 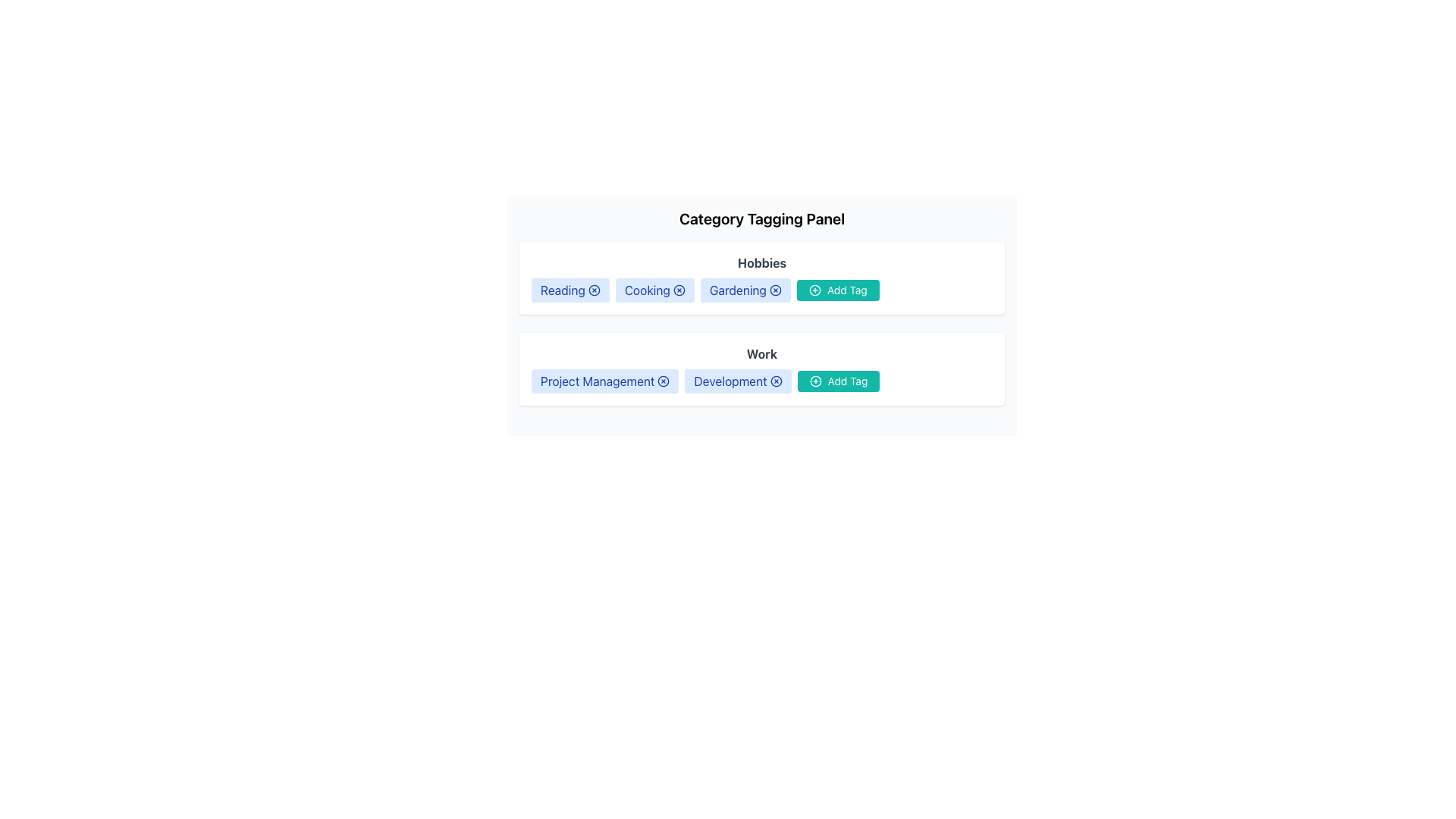 I want to click on the close/remove button for the 'Development' tag located in the 'Work' section of the 'Category Tagging Panel', so click(x=776, y=380).